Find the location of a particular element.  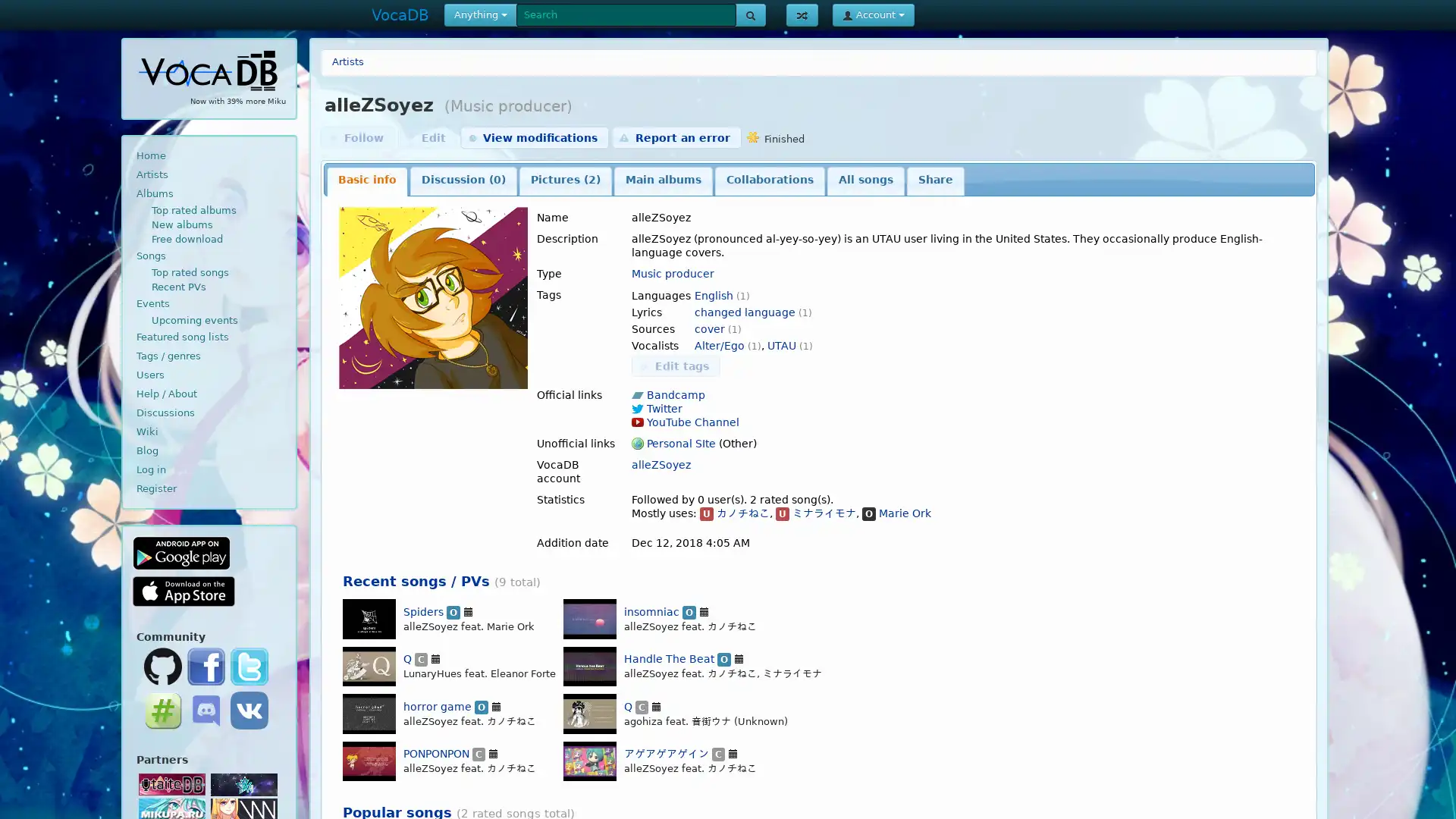

Edit tags is located at coordinates (675, 366).